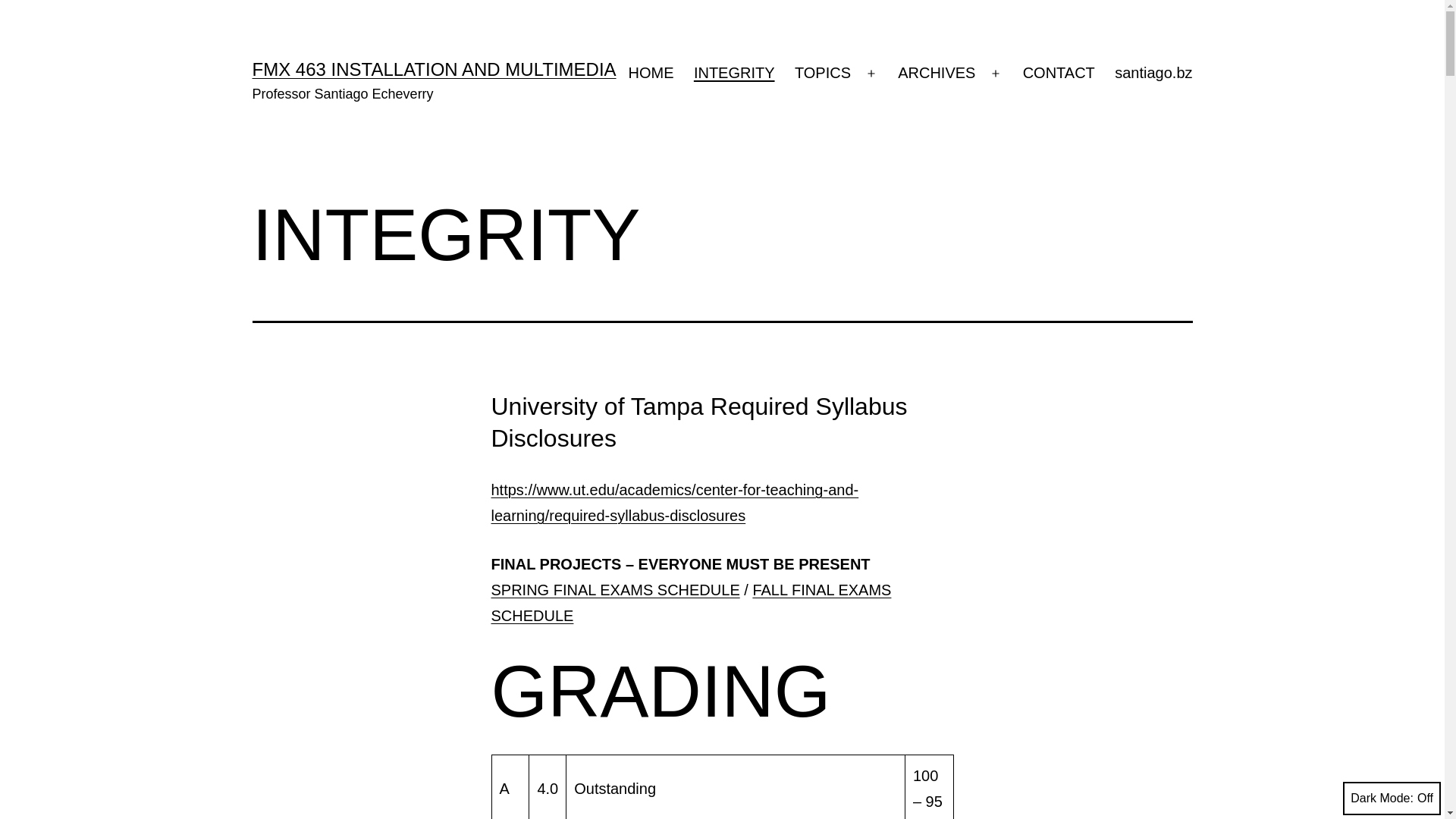  What do you see at coordinates (615, 589) in the screenshot?
I see `'SPRING FINAL EXAMS SCHEDULE'` at bounding box center [615, 589].